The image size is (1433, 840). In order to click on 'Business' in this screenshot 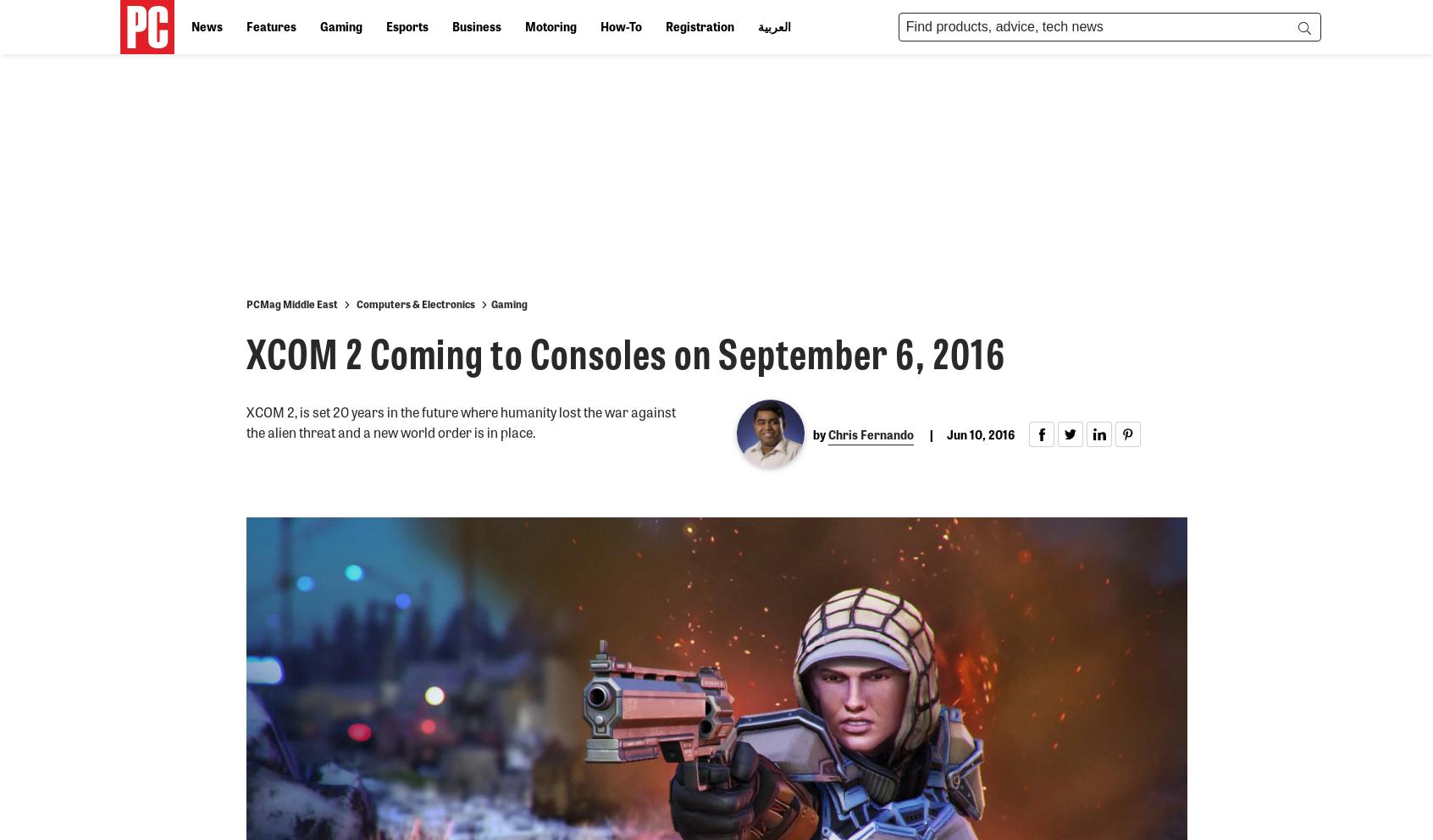, I will do `click(476, 25)`.